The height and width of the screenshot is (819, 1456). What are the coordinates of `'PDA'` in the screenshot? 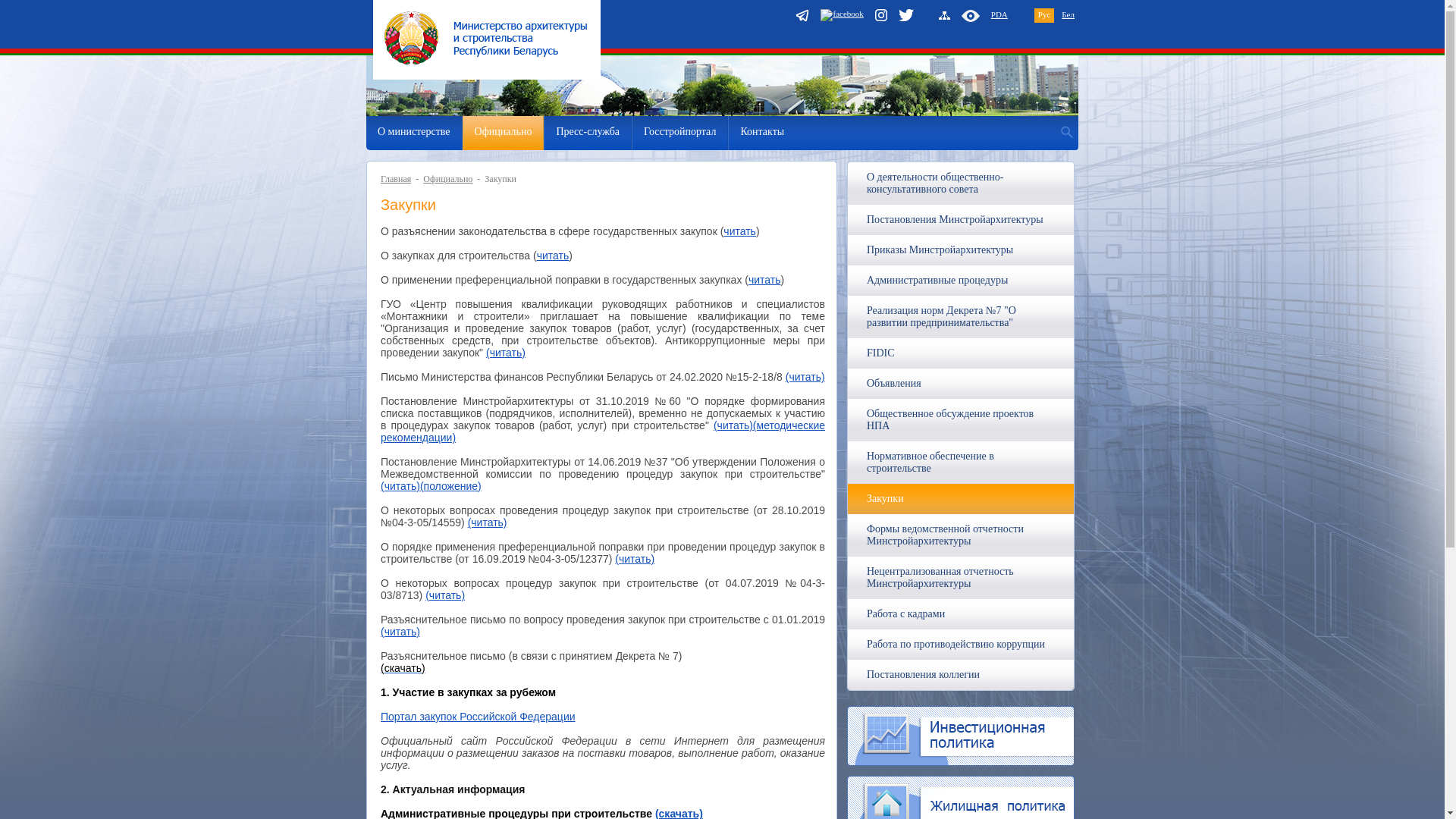 It's located at (999, 14).